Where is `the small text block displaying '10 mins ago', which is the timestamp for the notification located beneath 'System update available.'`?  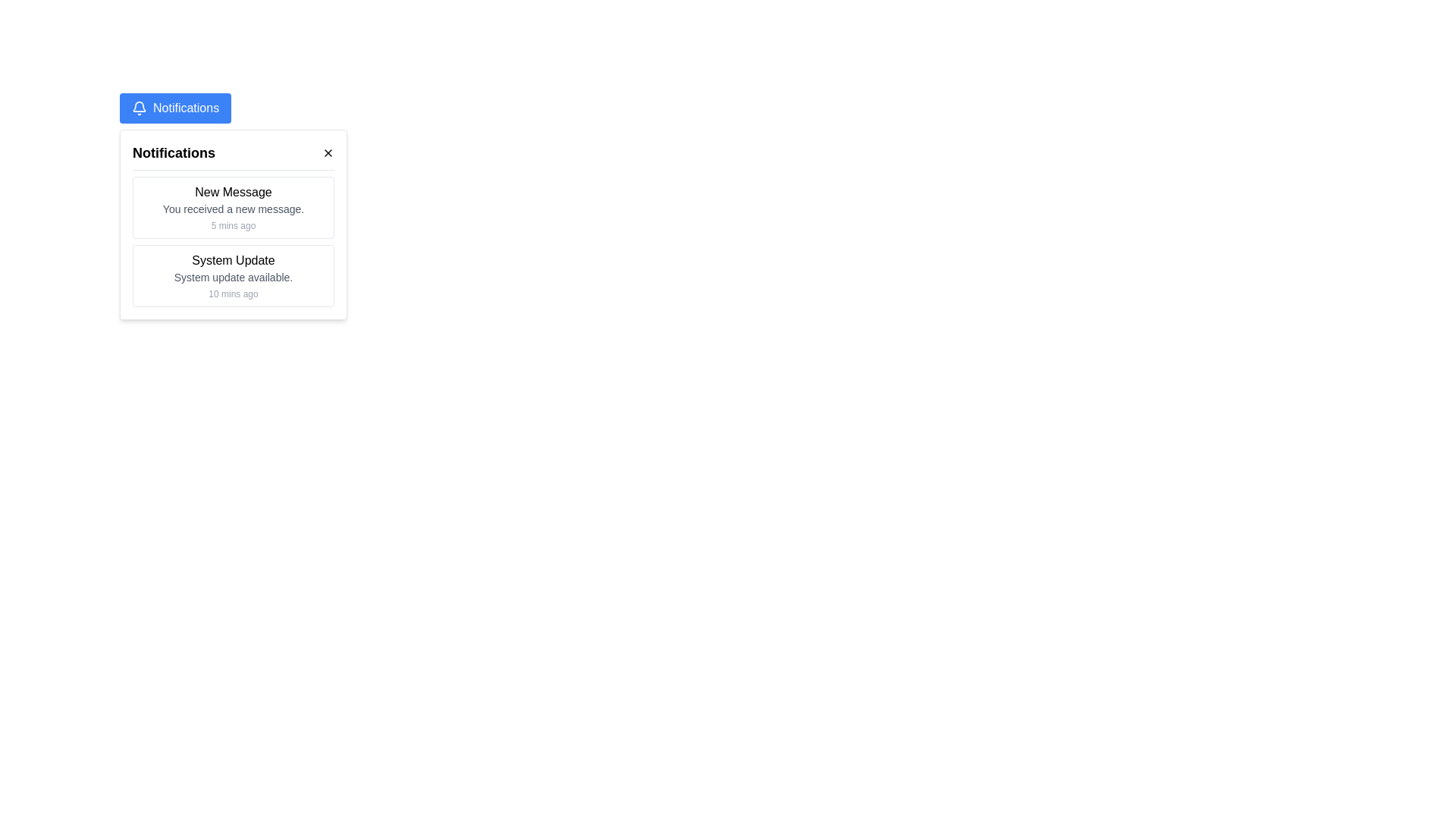
the small text block displaying '10 mins ago', which is the timestamp for the notification located beneath 'System update available.' is located at coordinates (232, 294).